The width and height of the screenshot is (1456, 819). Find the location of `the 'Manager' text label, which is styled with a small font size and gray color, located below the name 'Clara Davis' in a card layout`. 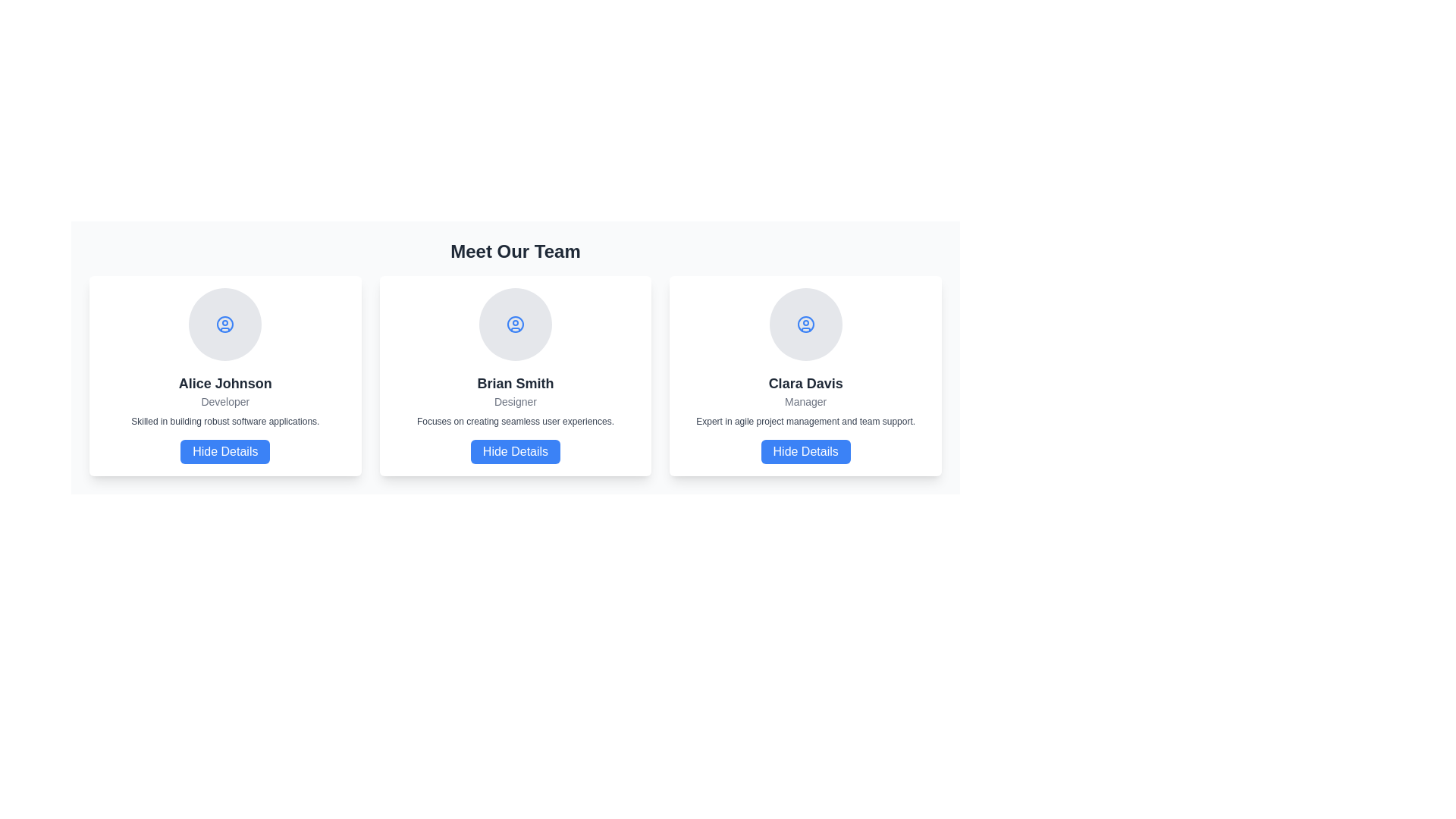

the 'Manager' text label, which is styled with a small font size and gray color, located below the name 'Clara Davis' in a card layout is located at coordinates (805, 400).